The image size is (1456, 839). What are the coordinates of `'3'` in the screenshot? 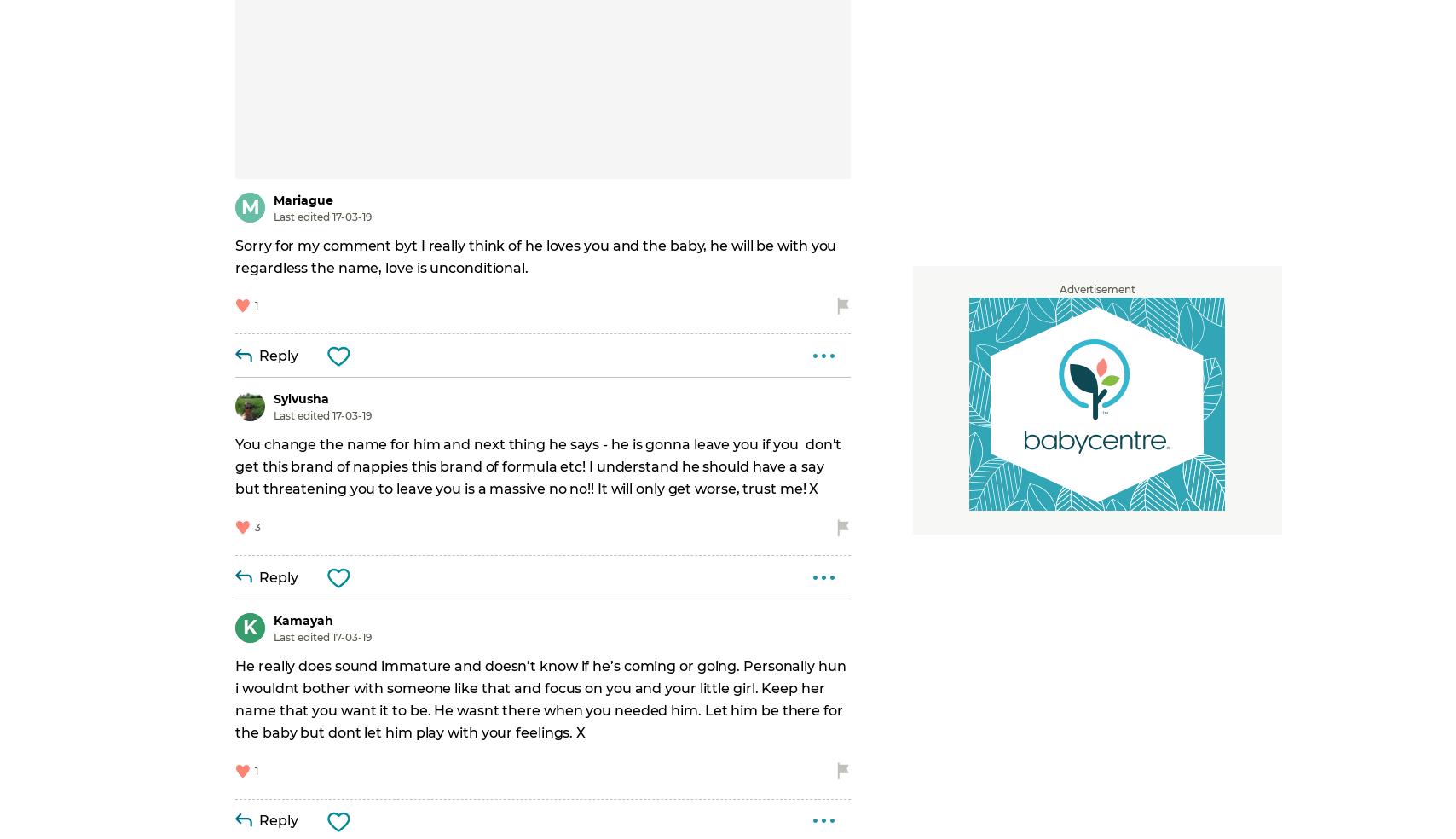 It's located at (257, 527).